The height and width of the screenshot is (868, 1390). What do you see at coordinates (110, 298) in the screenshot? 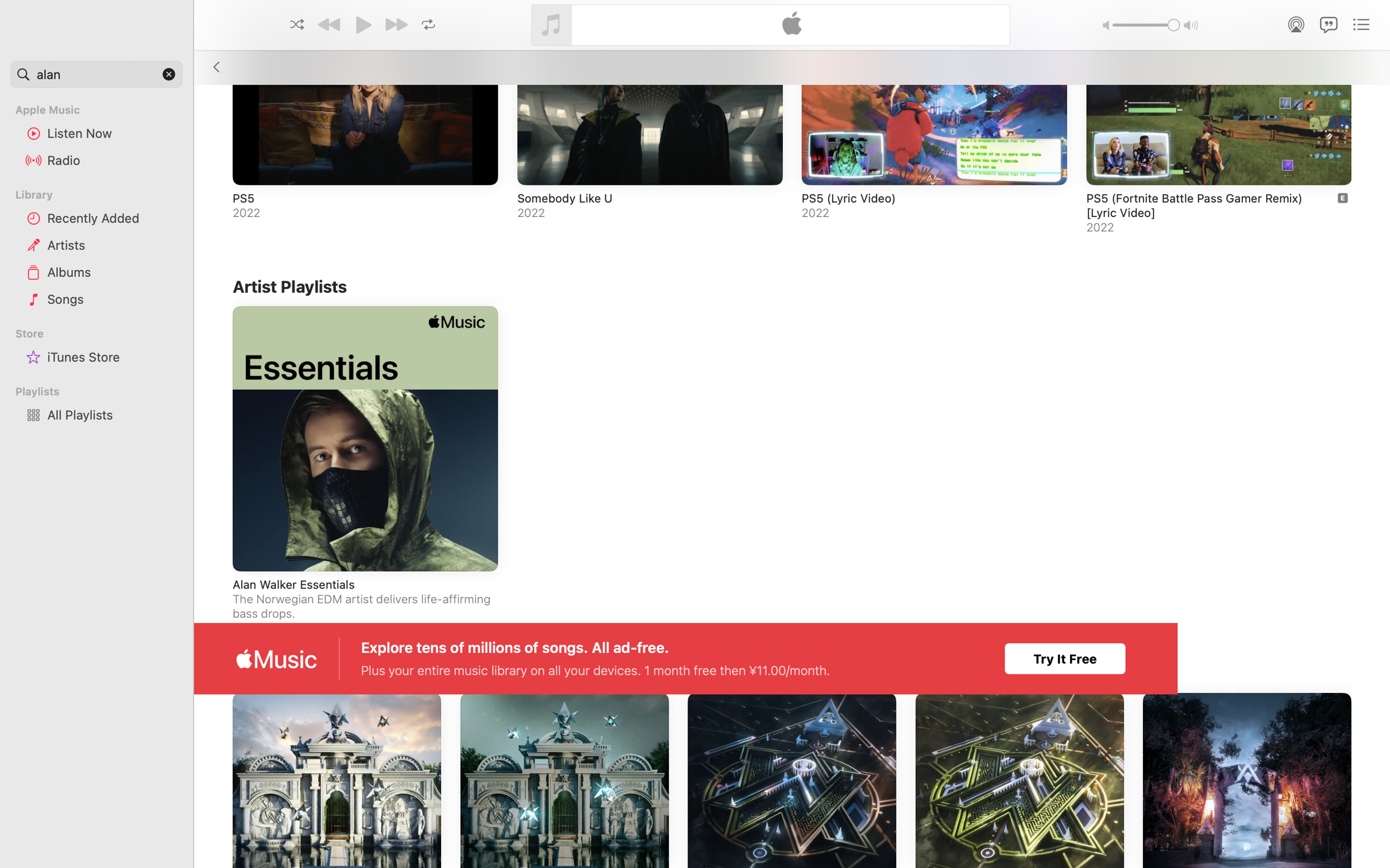
I see `'Songs'` at bounding box center [110, 298].